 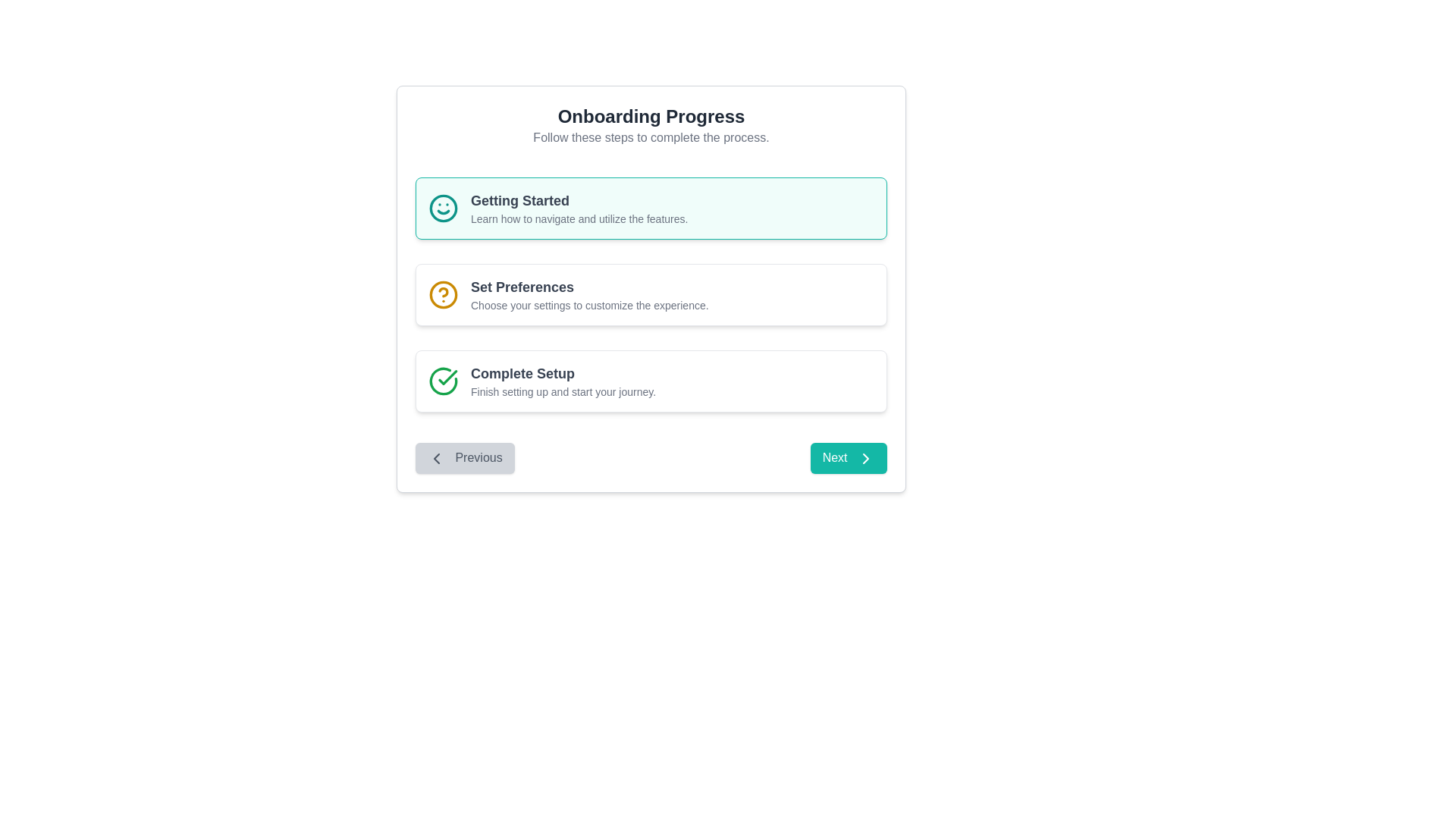 What do you see at coordinates (651, 295) in the screenshot?
I see `the 'Set Preferences' informational card section, which features a question icon in orange and text lines indicating customization options` at bounding box center [651, 295].